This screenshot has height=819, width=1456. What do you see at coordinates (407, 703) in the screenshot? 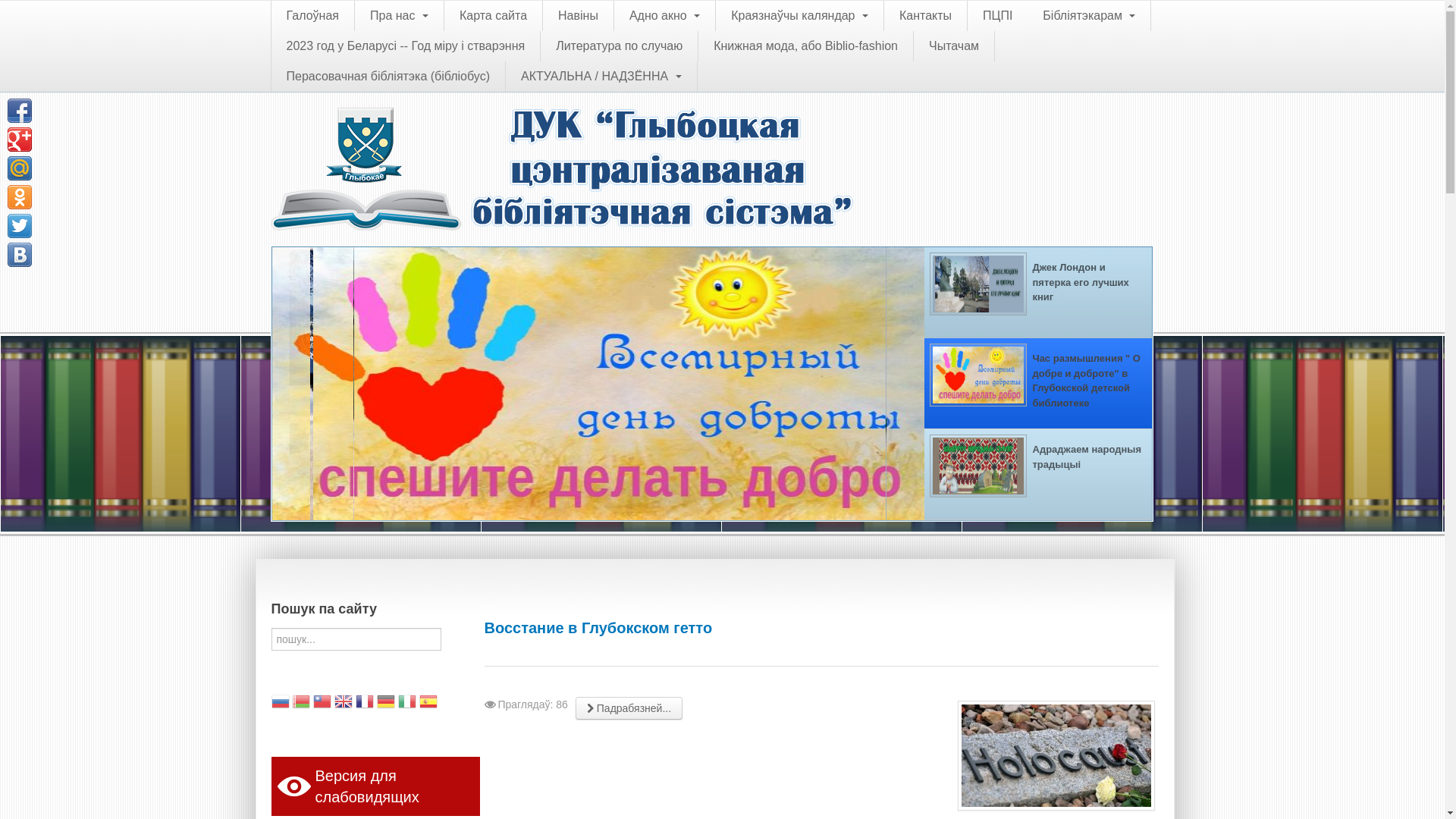
I see `'Italian'` at bounding box center [407, 703].